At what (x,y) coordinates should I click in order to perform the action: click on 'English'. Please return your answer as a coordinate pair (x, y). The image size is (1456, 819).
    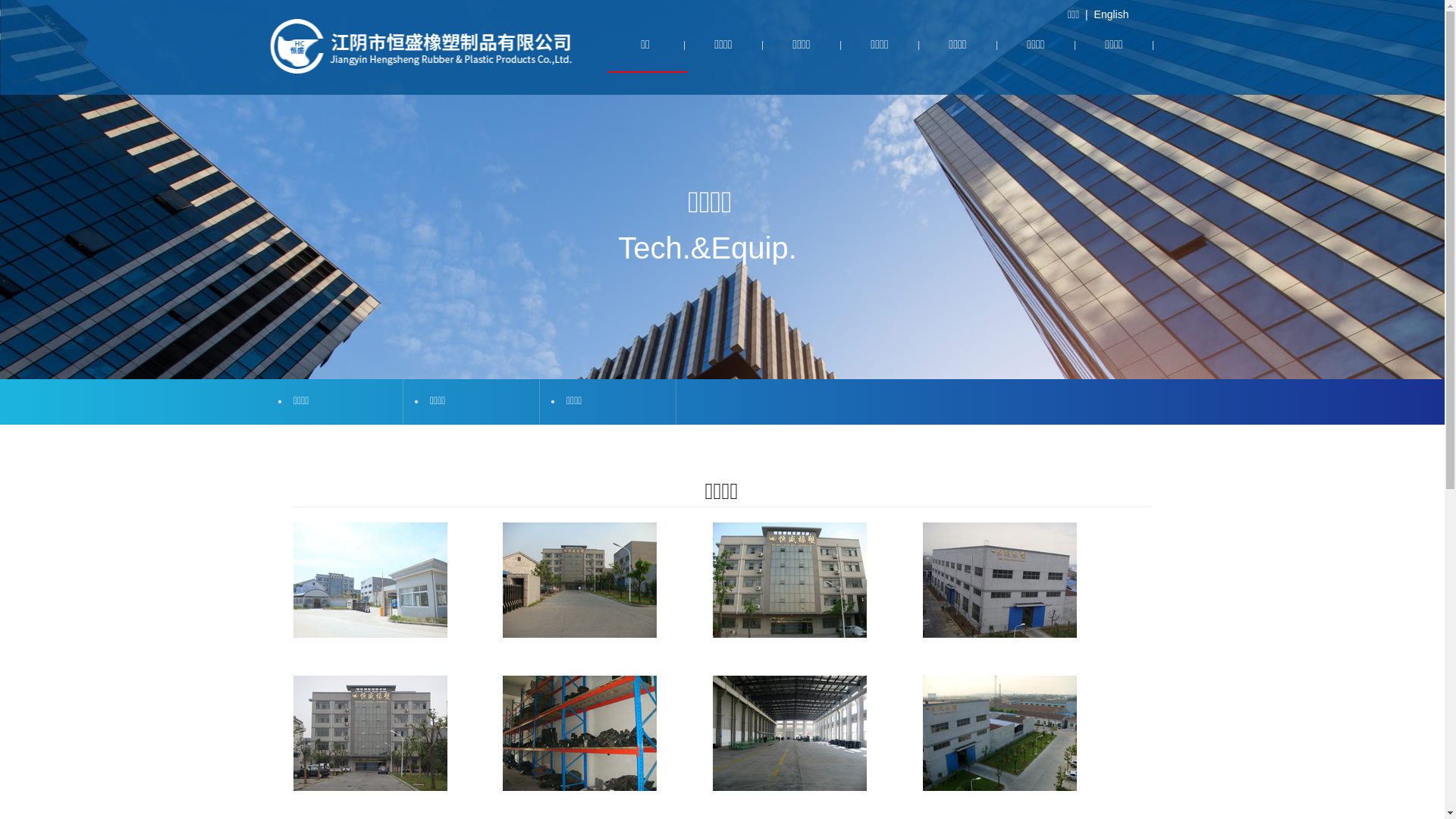
    Looking at the image, I should click on (1094, 14).